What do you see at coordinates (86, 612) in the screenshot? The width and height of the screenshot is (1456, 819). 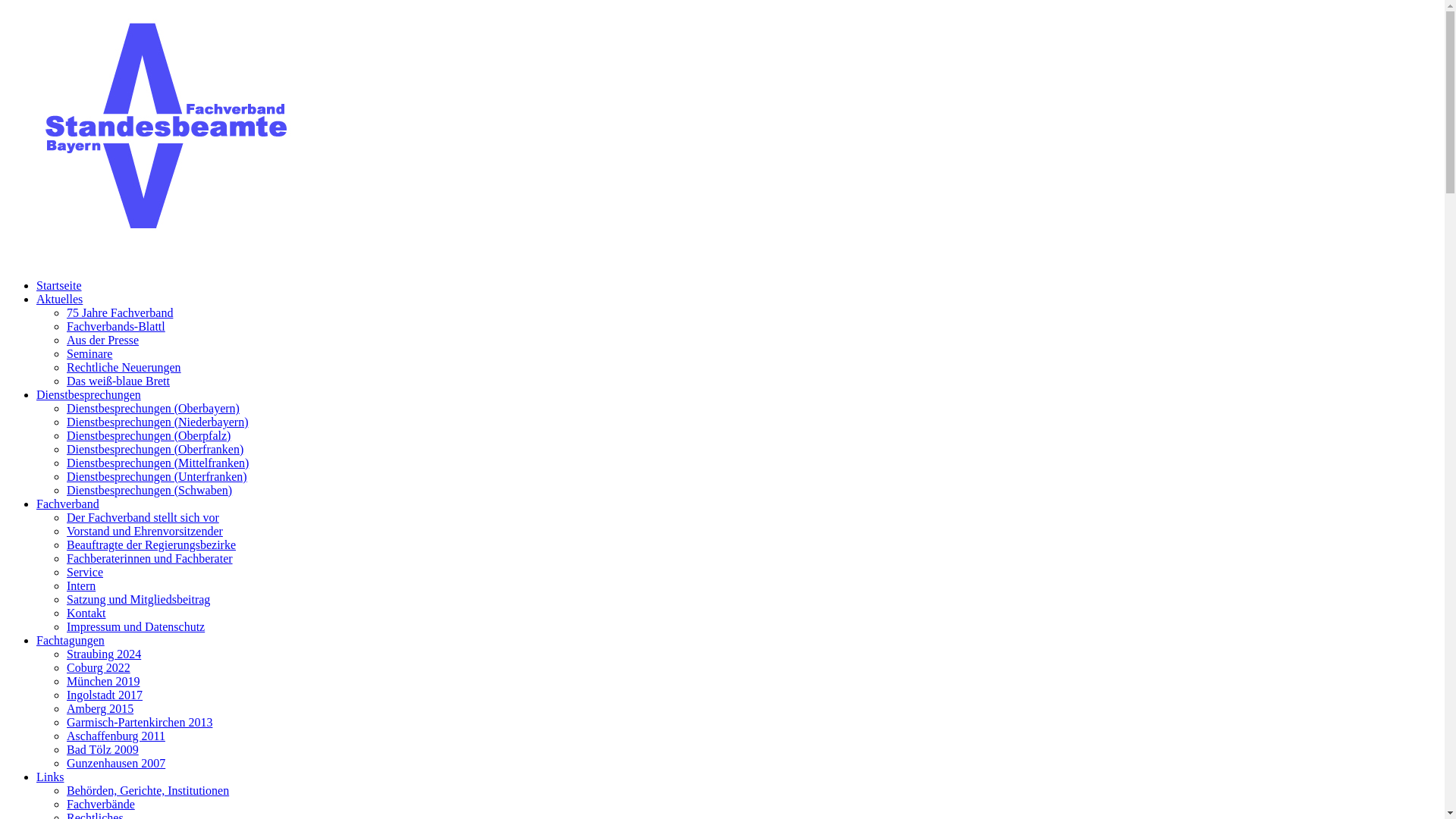 I see `'Kontakt'` at bounding box center [86, 612].